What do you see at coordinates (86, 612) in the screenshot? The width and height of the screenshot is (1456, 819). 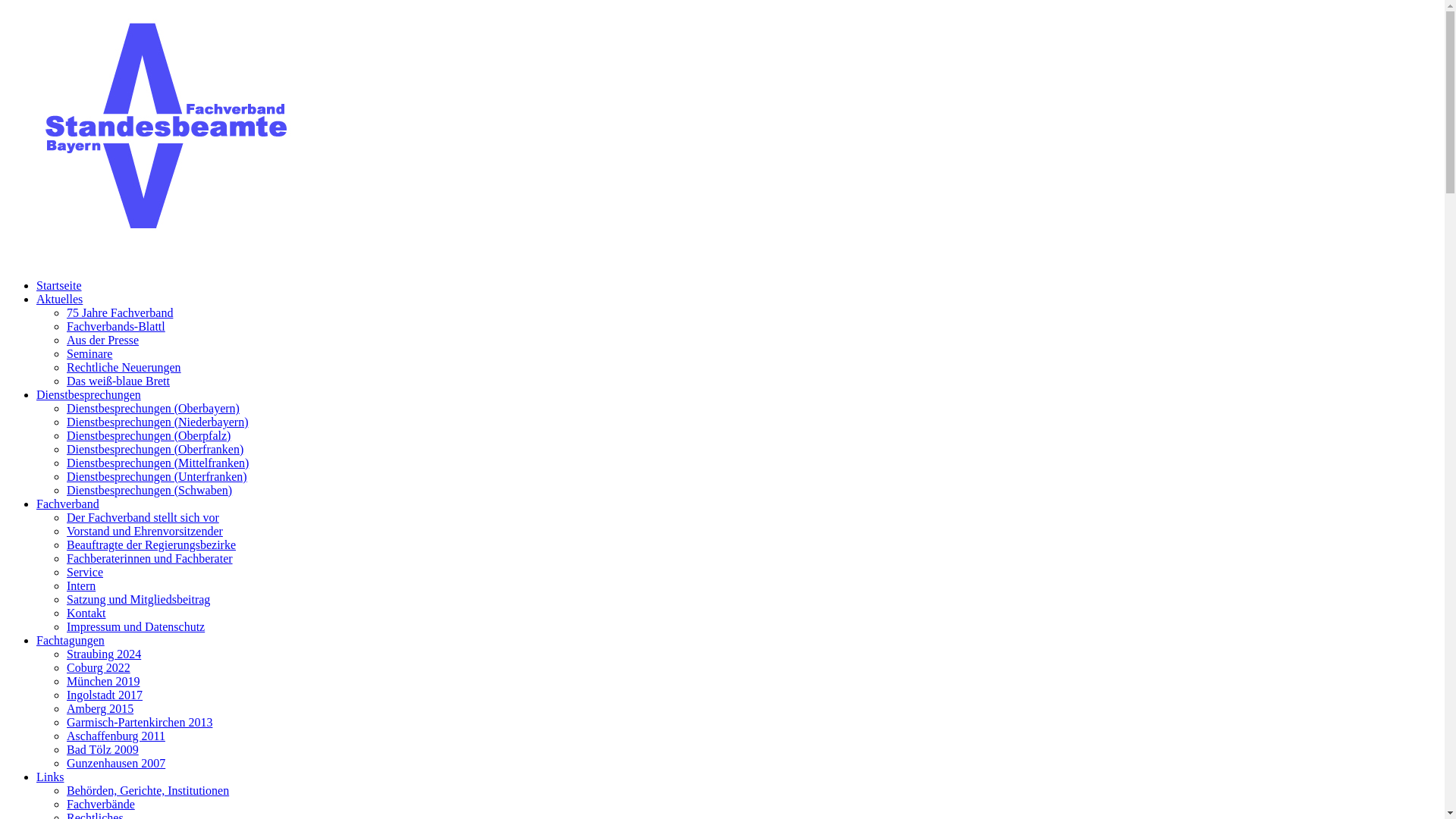 I see `'Kontakt'` at bounding box center [86, 612].